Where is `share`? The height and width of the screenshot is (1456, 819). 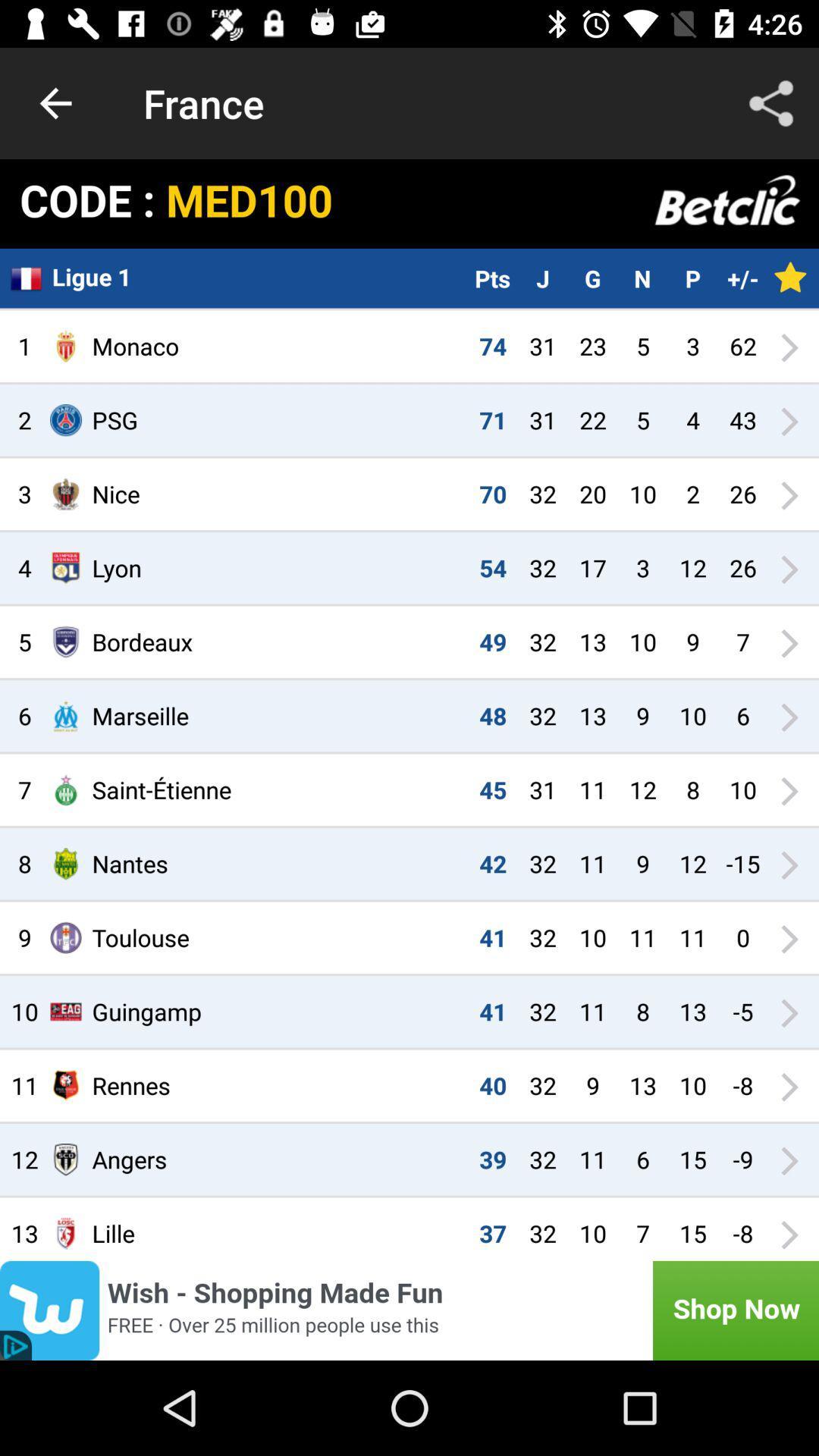
share is located at coordinates (771, 102).